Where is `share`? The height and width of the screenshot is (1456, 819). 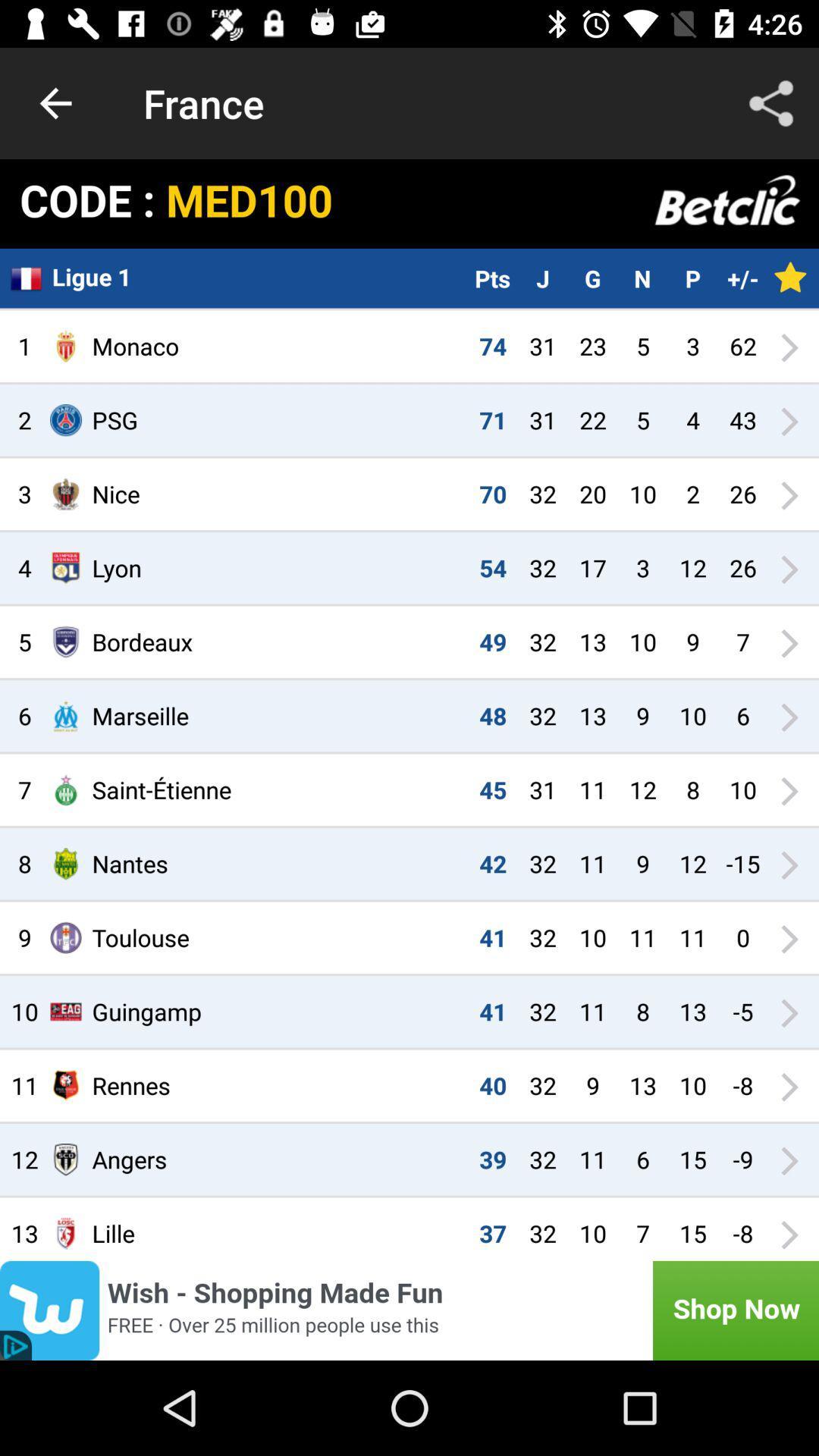
share is located at coordinates (771, 102).